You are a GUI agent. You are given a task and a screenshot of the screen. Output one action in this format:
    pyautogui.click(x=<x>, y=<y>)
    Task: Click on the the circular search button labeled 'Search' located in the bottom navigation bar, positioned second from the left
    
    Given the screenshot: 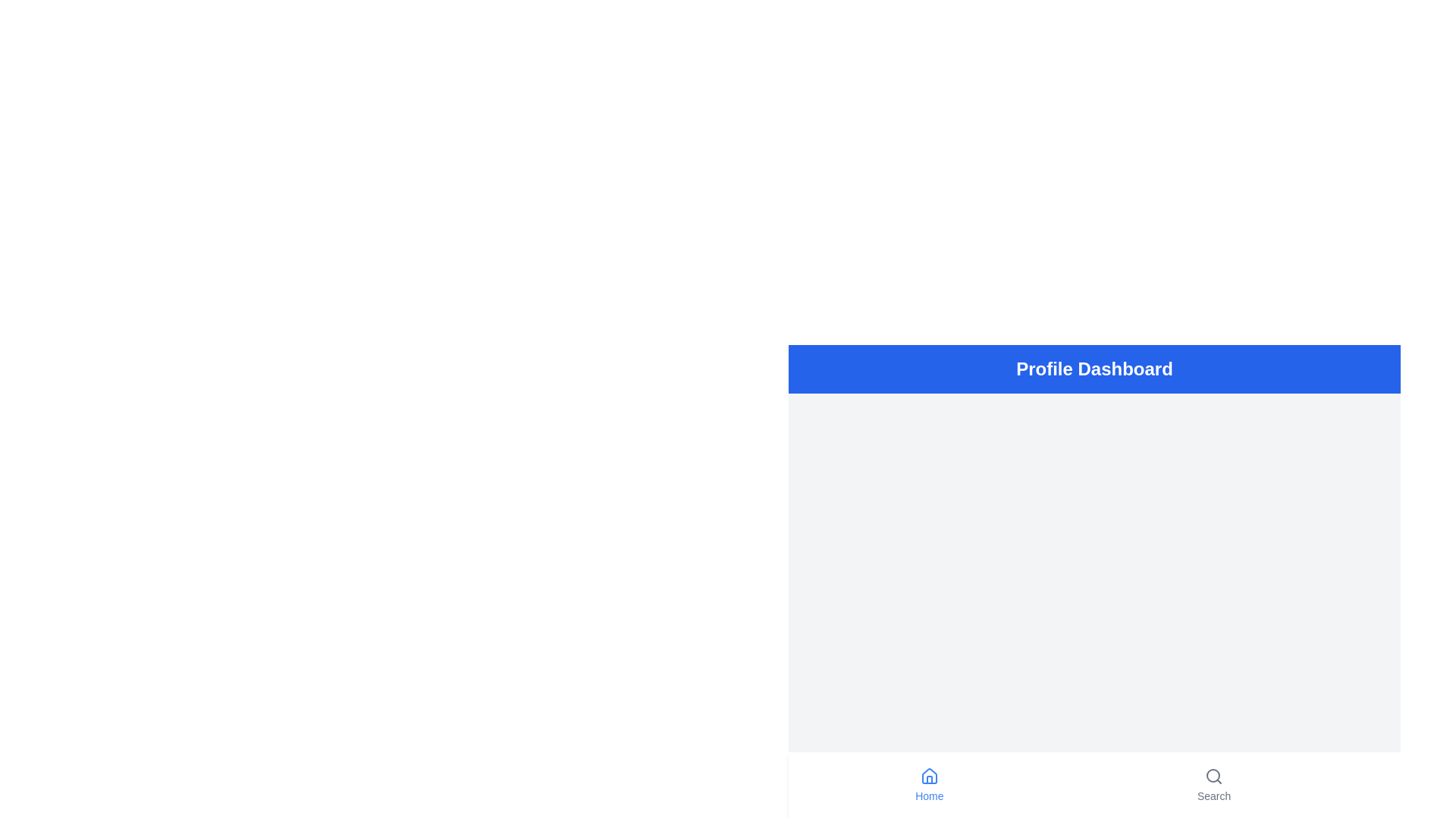 What is the action you would take?
    pyautogui.click(x=1214, y=785)
    